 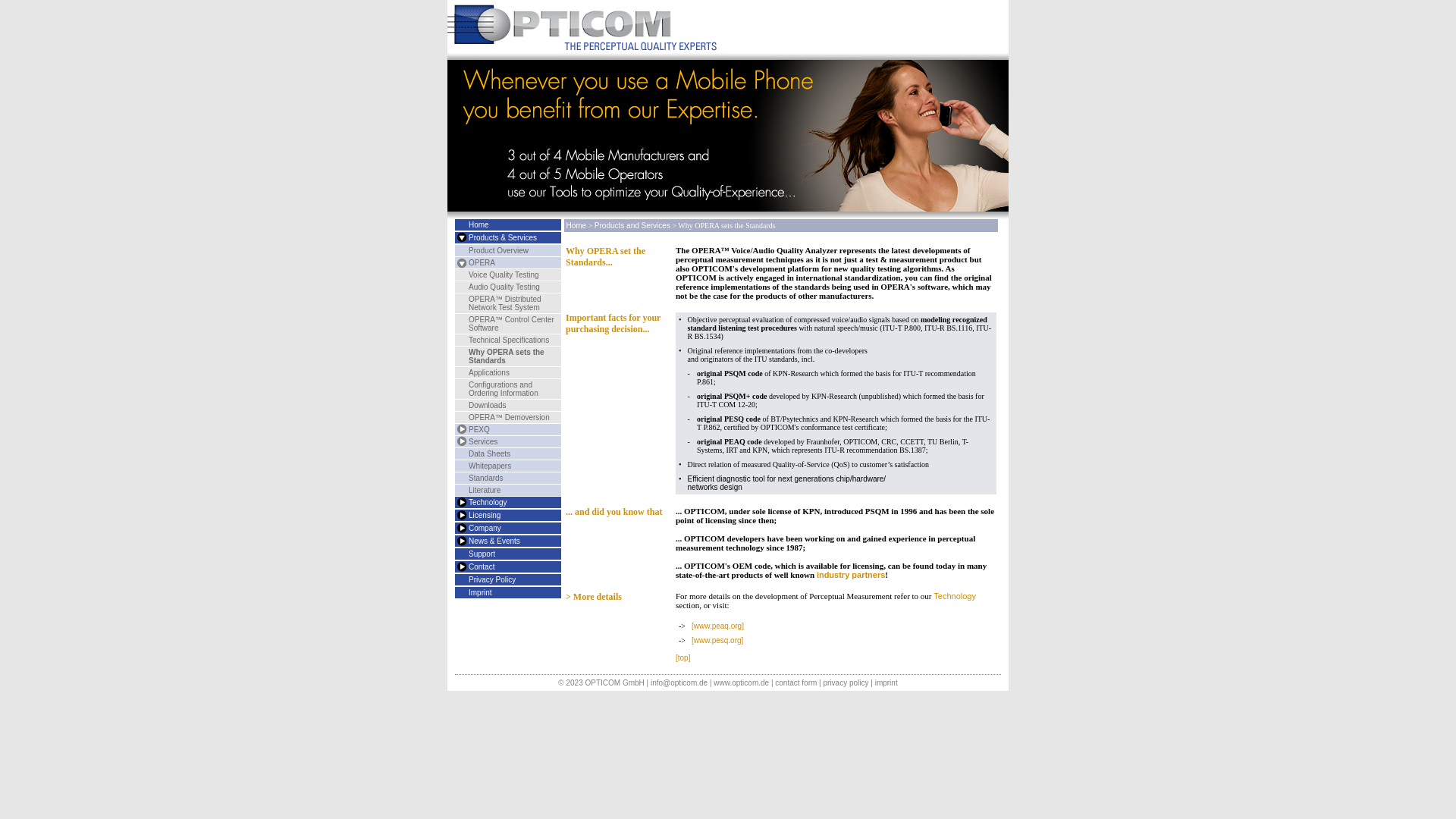 What do you see at coordinates (481, 554) in the screenshot?
I see `'Support'` at bounding box center [481, 554].